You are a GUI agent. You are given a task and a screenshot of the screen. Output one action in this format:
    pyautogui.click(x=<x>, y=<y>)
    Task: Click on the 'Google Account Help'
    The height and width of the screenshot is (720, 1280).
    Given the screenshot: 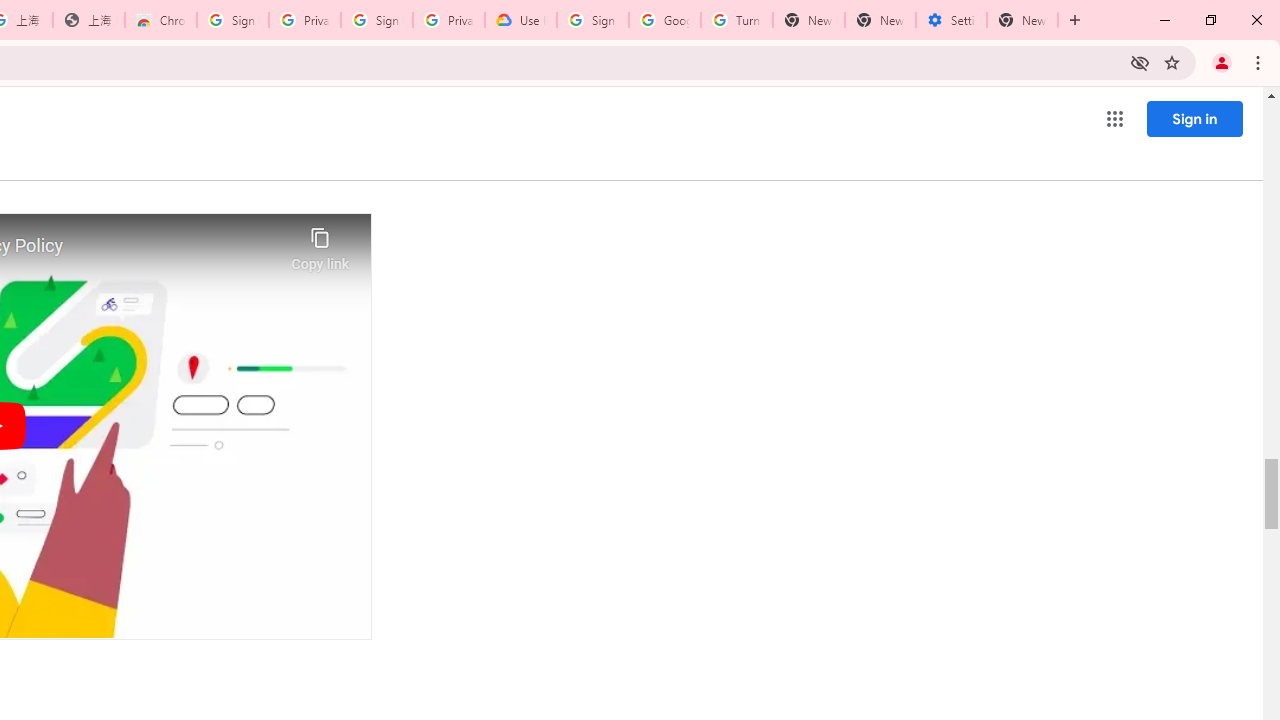 What is the action you would take?
    pyautogui.click(x=664, y=20)
    